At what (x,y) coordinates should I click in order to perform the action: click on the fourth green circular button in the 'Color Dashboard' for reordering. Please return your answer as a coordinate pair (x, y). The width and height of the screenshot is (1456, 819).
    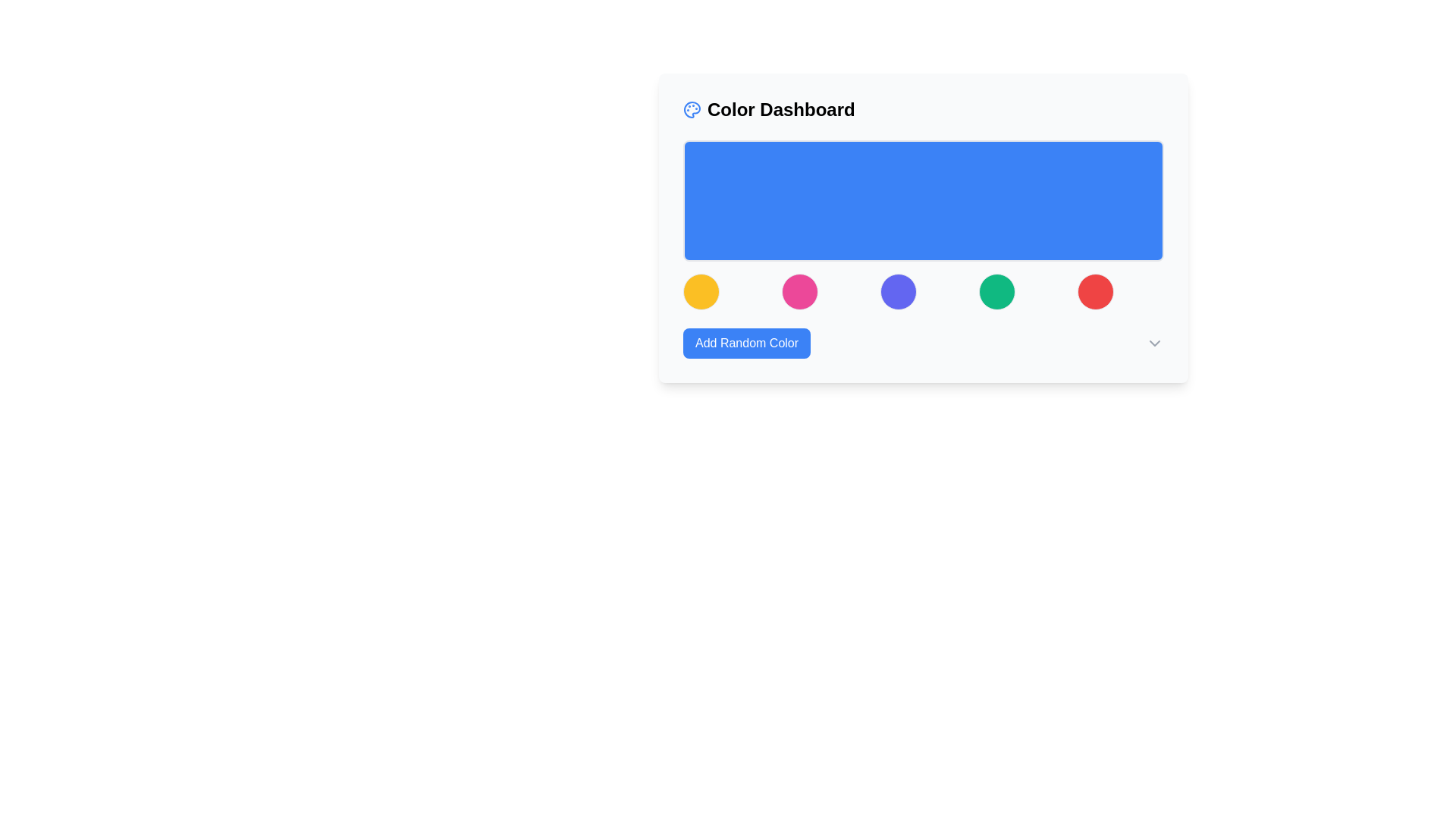
    Looking at the image, I should click on (997, 292).